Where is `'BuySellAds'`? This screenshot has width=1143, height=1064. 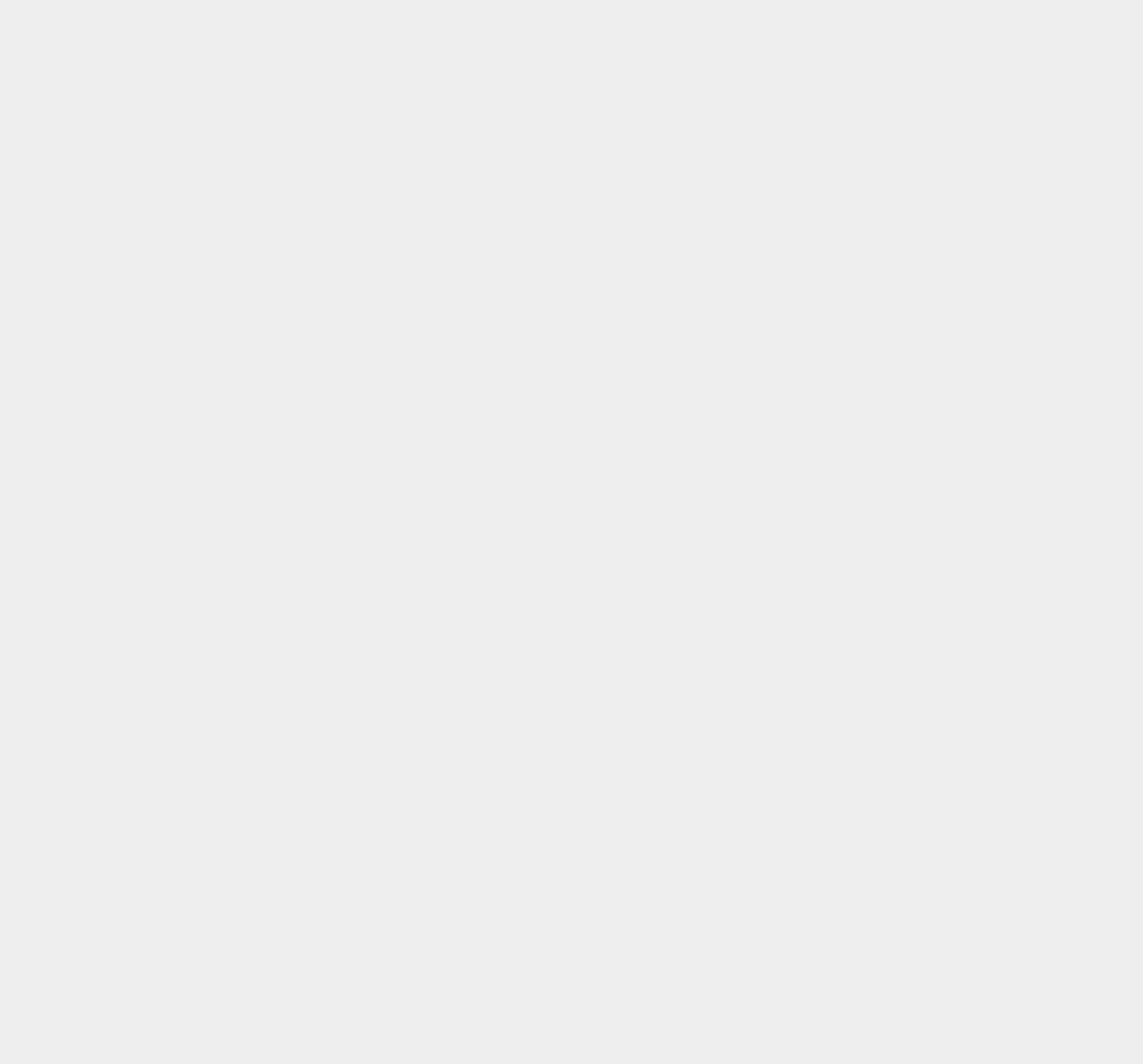 'BuySellAds' is located at coordinates (841, 497).